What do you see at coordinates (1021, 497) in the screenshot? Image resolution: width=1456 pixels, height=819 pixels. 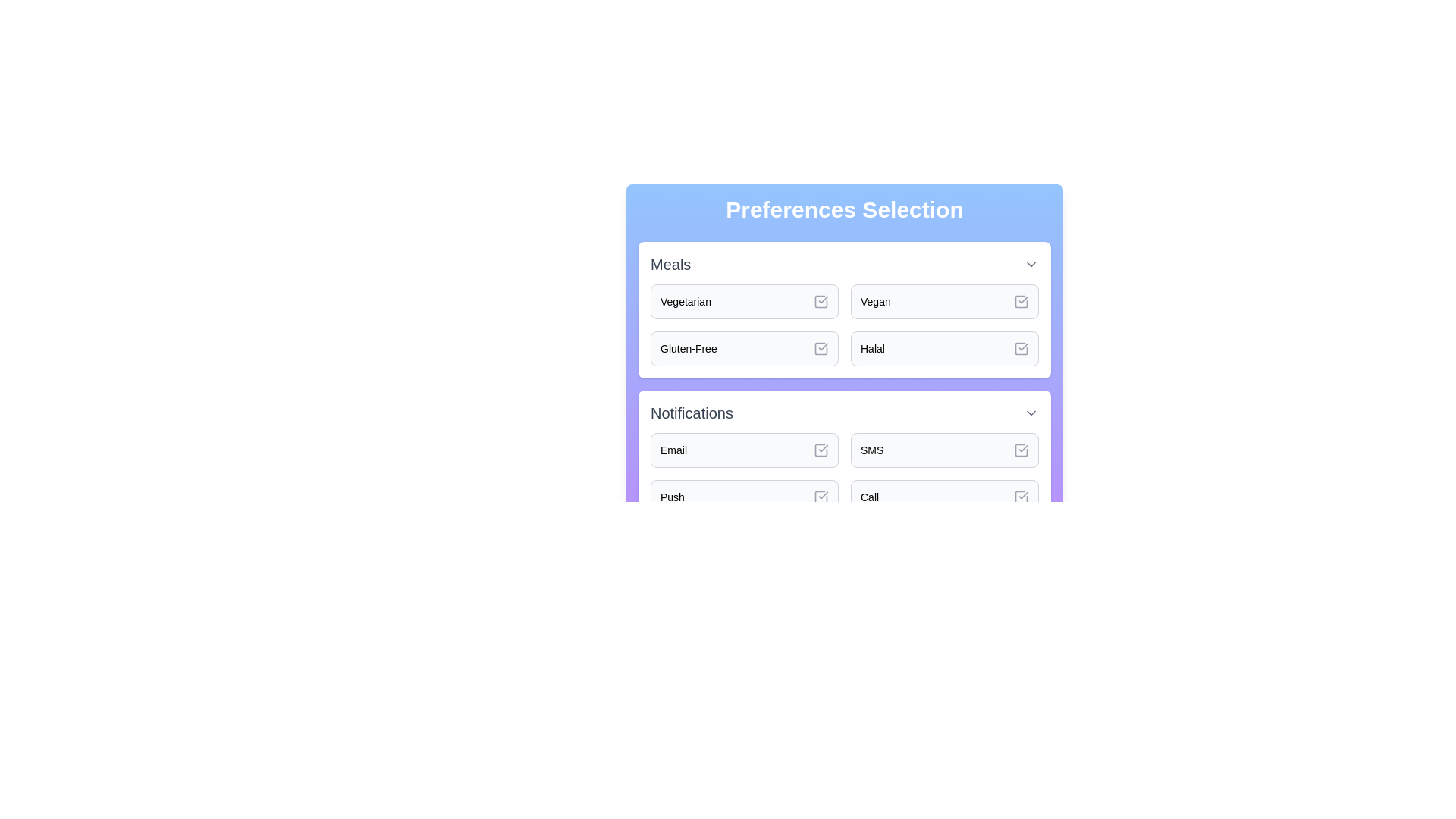 I see `the checkbox icon for the 'Call' notification preference, located to the right of the 'Call' text in the 'Notifications' section` at bounding box center [1021, 497].